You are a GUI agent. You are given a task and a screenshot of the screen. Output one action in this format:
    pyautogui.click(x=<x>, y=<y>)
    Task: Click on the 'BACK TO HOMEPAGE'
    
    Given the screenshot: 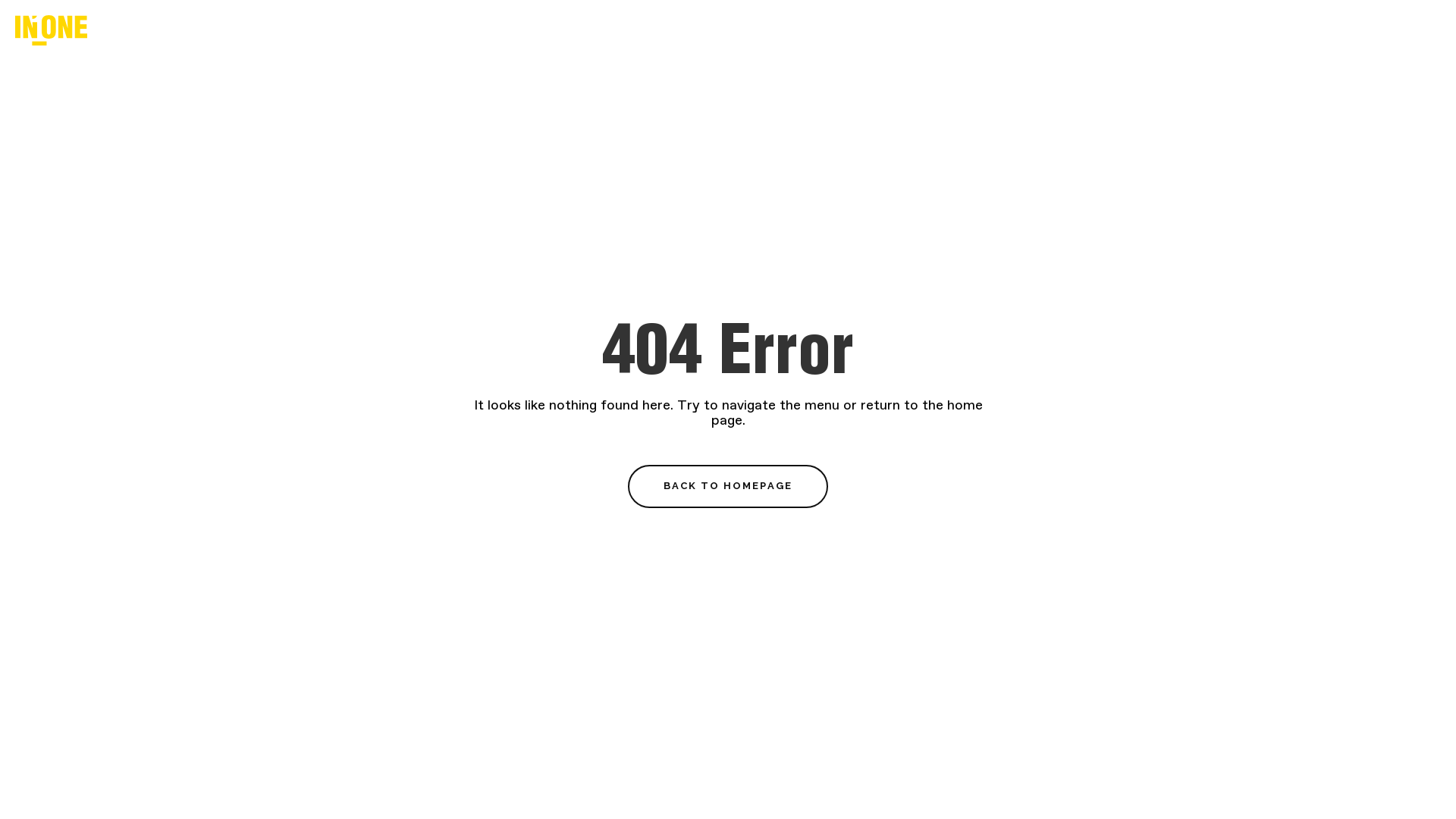 What is the action you would take?
    pyautogui.click(x=728, y=486)
    